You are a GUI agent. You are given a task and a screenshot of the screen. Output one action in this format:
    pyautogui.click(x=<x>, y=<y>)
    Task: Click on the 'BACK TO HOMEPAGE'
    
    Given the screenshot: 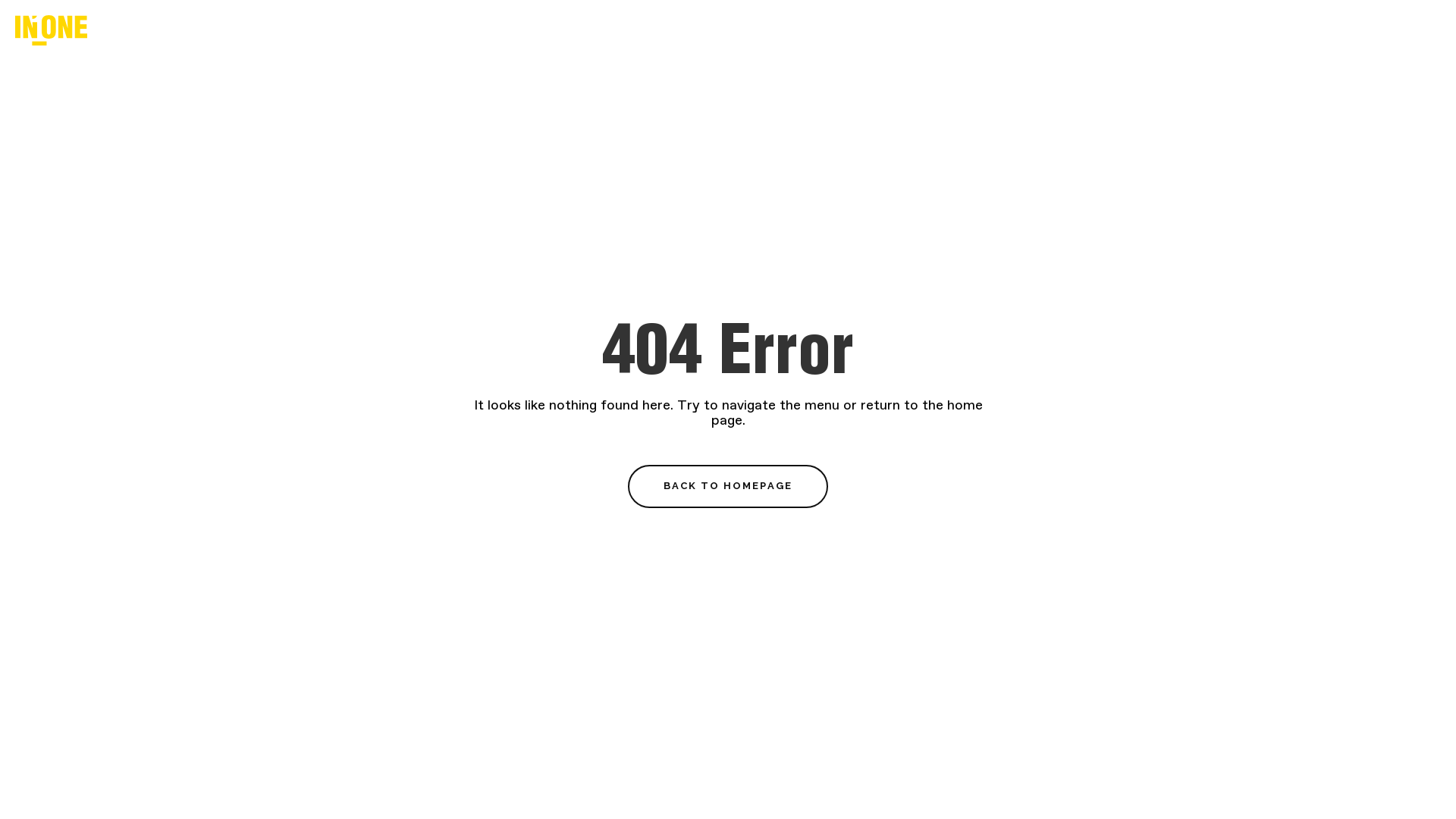 What is the action you would take?
    pyautogui.click(x=728, y=486)
    